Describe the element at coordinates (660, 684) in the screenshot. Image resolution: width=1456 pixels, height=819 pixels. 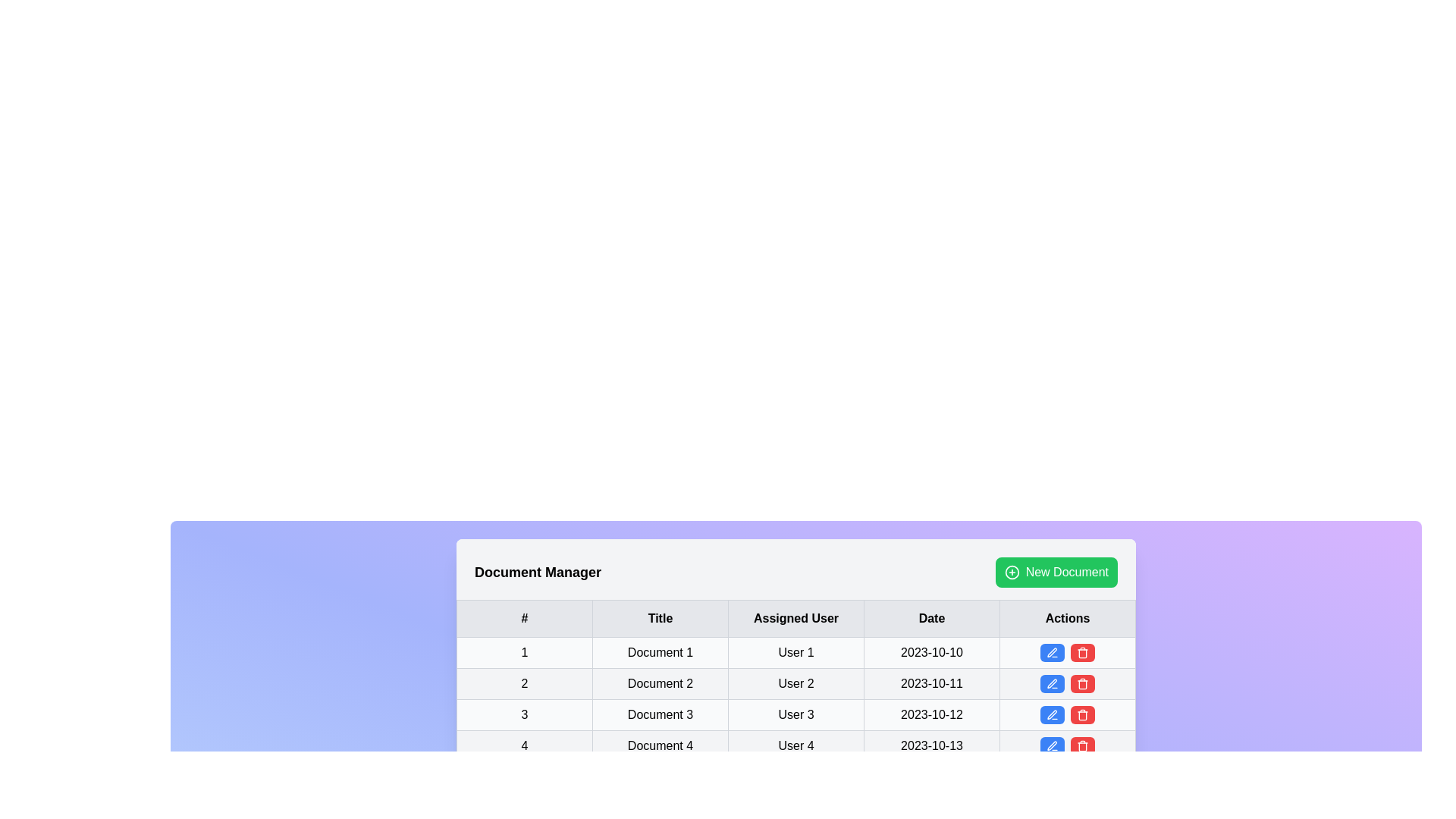
I see `text from the text field containing 'Document 2' located in the second row of the table under the 'Title' column, between the '#' and 'Assigned User' columns` at that location.